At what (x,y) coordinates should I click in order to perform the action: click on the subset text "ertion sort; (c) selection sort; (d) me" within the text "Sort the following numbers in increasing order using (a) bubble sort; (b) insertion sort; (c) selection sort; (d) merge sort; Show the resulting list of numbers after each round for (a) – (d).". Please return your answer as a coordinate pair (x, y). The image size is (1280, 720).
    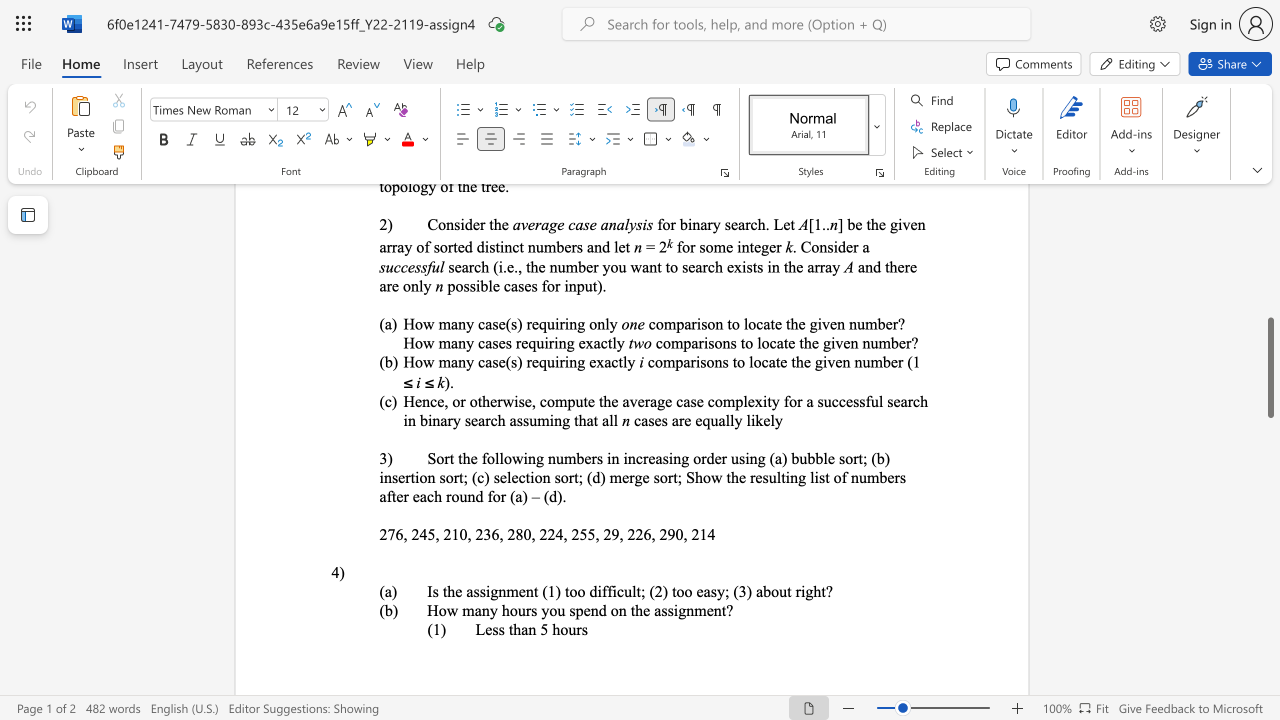
    Looking at the image, I should click on (398, 477).